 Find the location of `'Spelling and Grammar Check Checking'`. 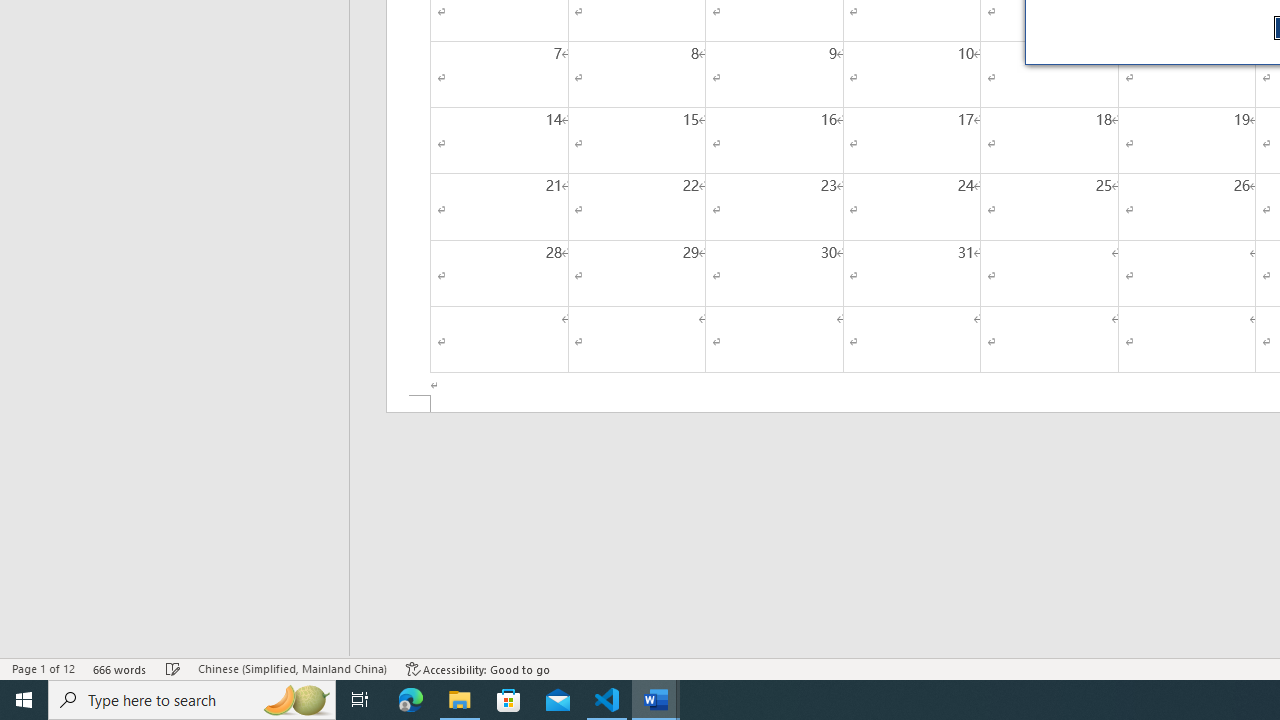

'Spelling and Grammar Check Checking' is located at coordinates (173, 669).